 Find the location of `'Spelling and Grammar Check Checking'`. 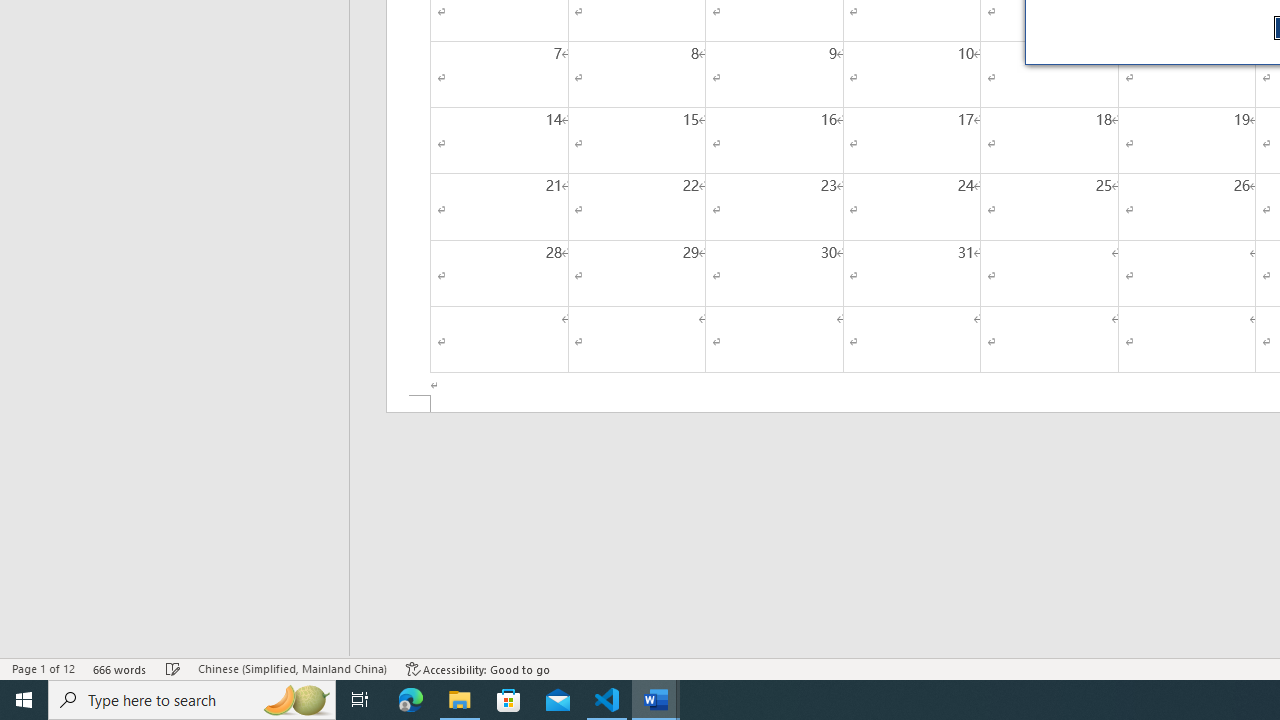

'Spelling and Grammar Check Checking' is located at coordinates (173, 669).